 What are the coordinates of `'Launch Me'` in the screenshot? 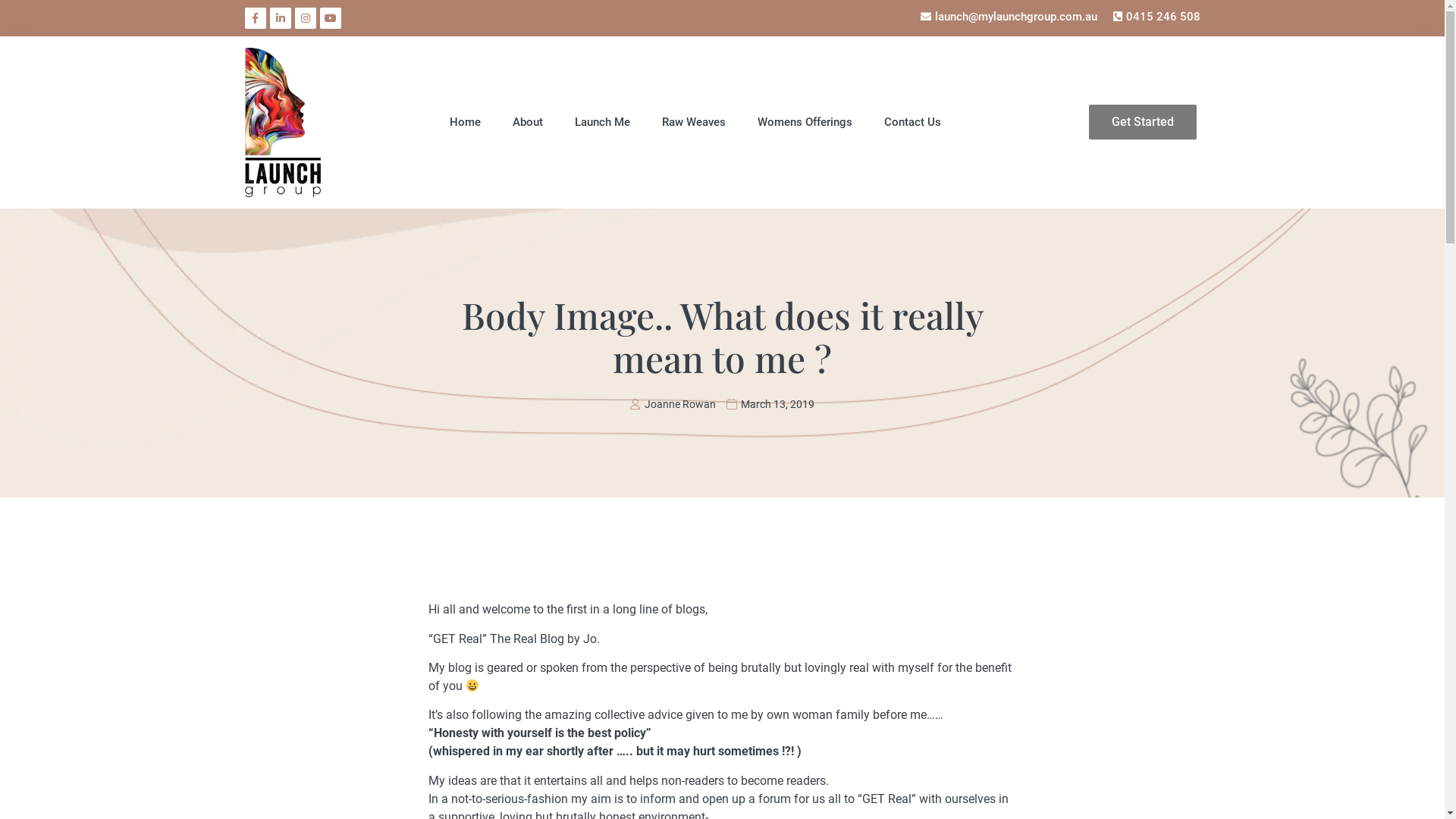 It's located at (601, 121).